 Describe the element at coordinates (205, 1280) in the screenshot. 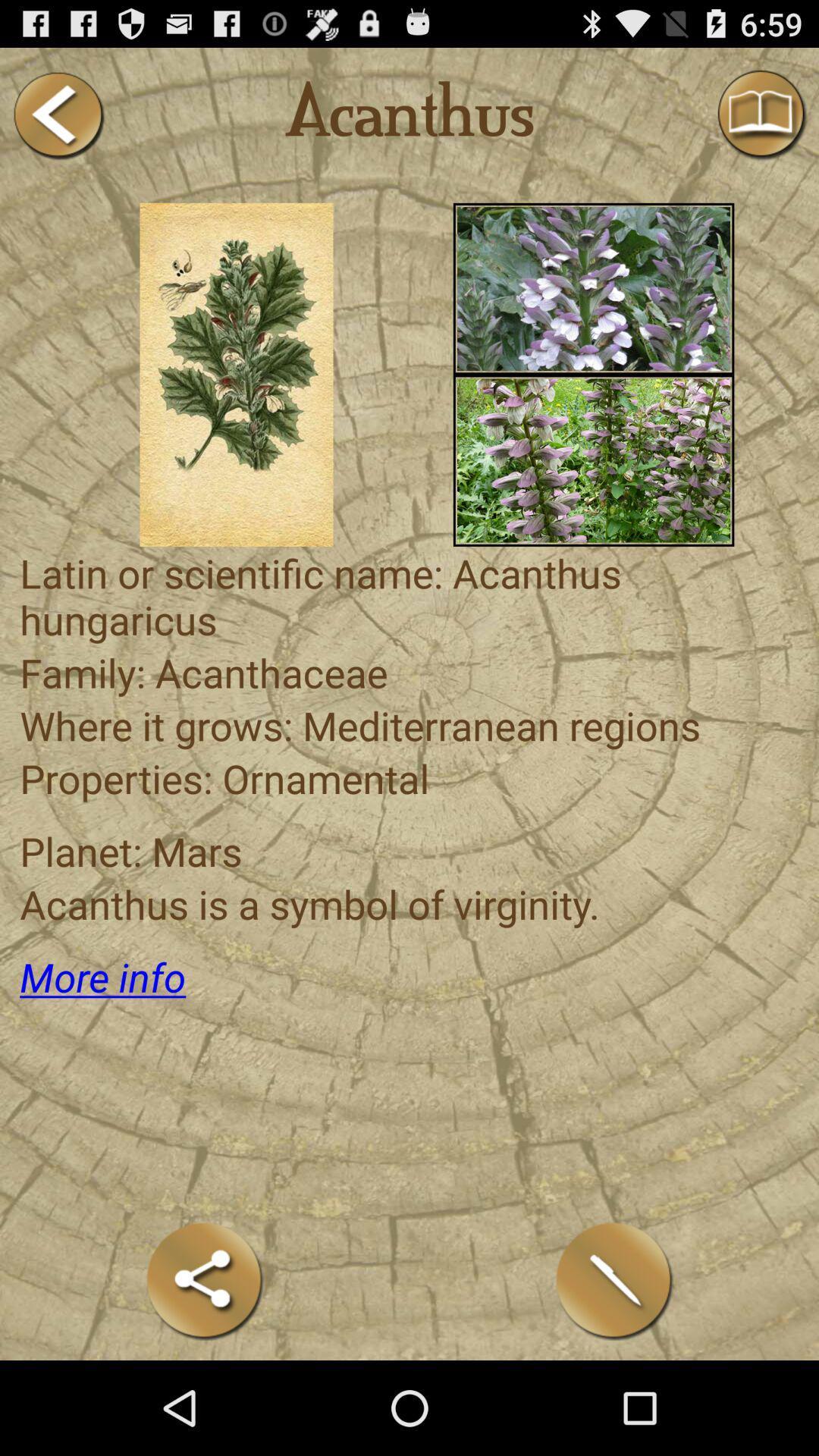

I see `share` at that location.